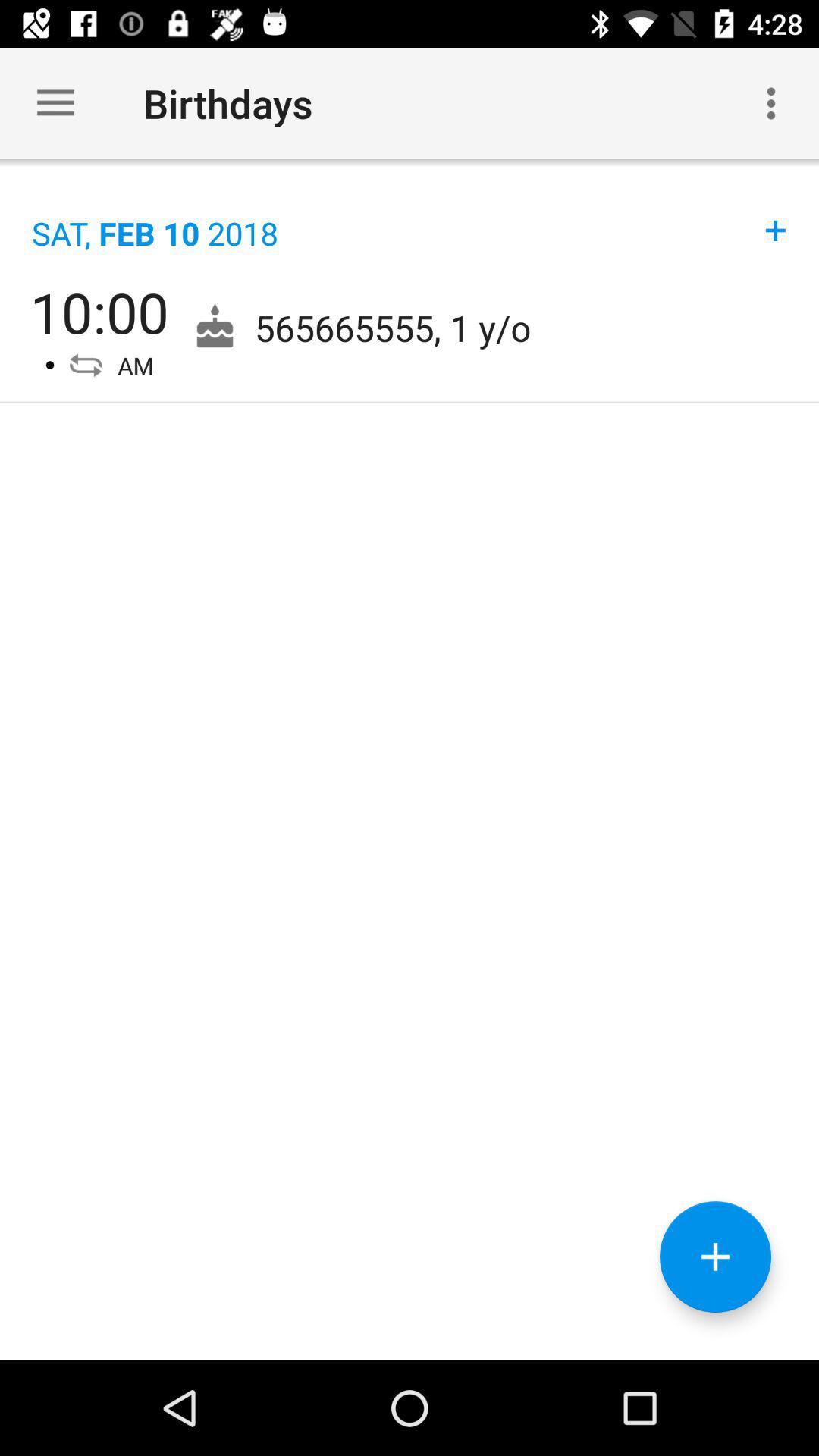 The height and width of the screenshot is (1456, 819). Describe the element at coordinates (715, 1257) in the screenshot. I see `item below 565665555 1 y item` at that location.